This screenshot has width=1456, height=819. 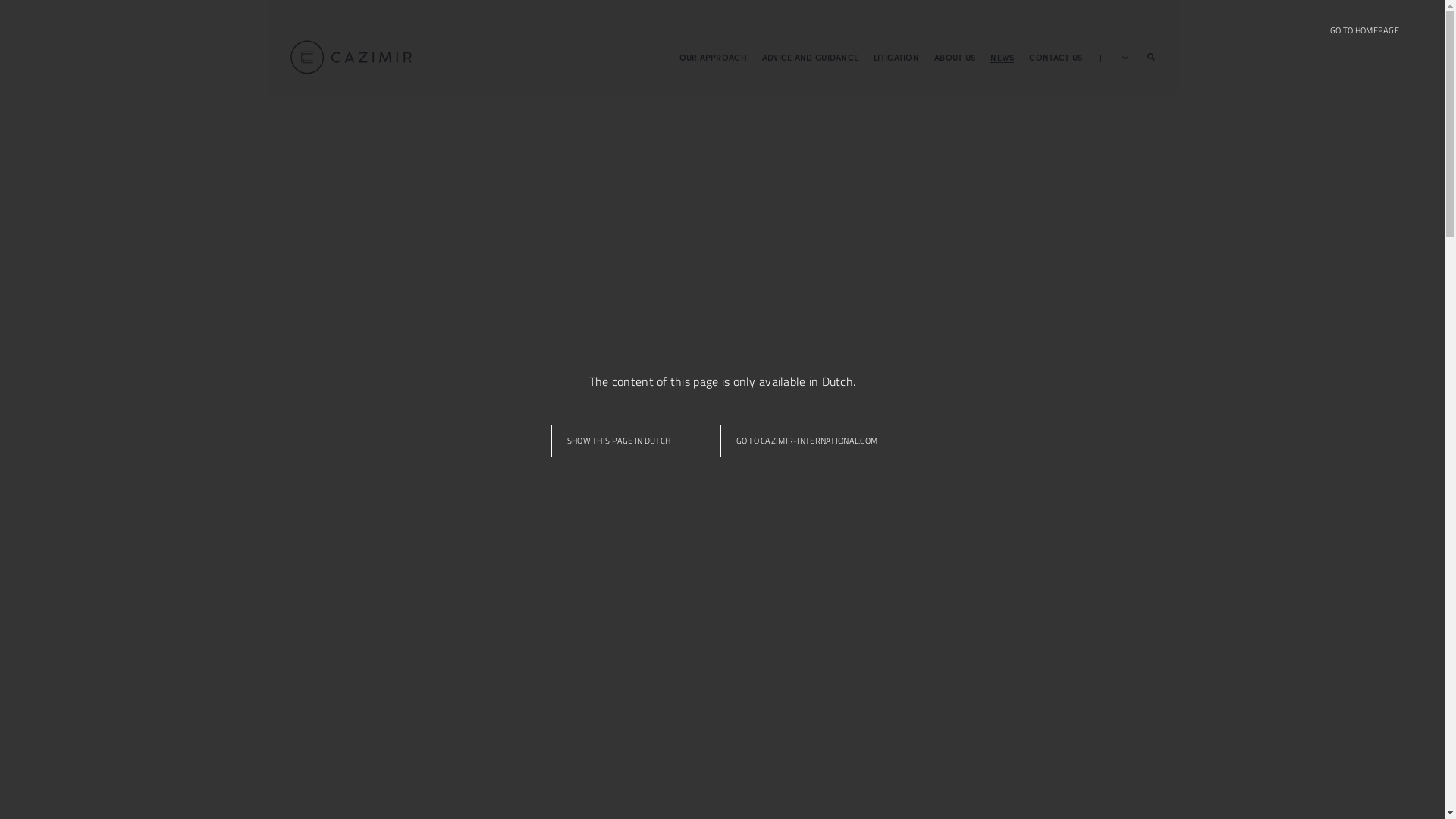 What do you see at coordinates (896, 55) in the screenshot?
I see `'LITIGATION'` at bounding box center [896, 55].